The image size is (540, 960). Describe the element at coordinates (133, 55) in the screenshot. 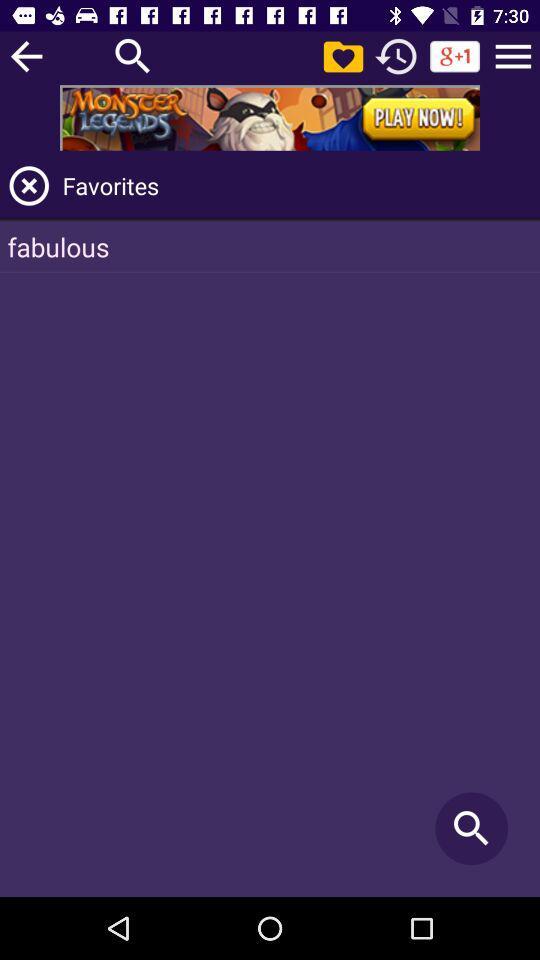

I see `search` at that location.